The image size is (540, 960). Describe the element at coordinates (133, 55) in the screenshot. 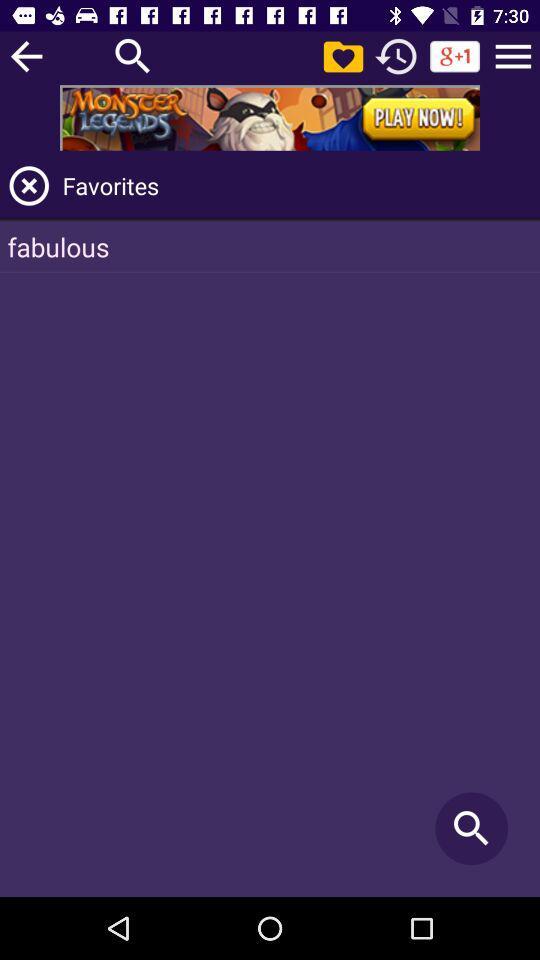

I see `search` at that location.